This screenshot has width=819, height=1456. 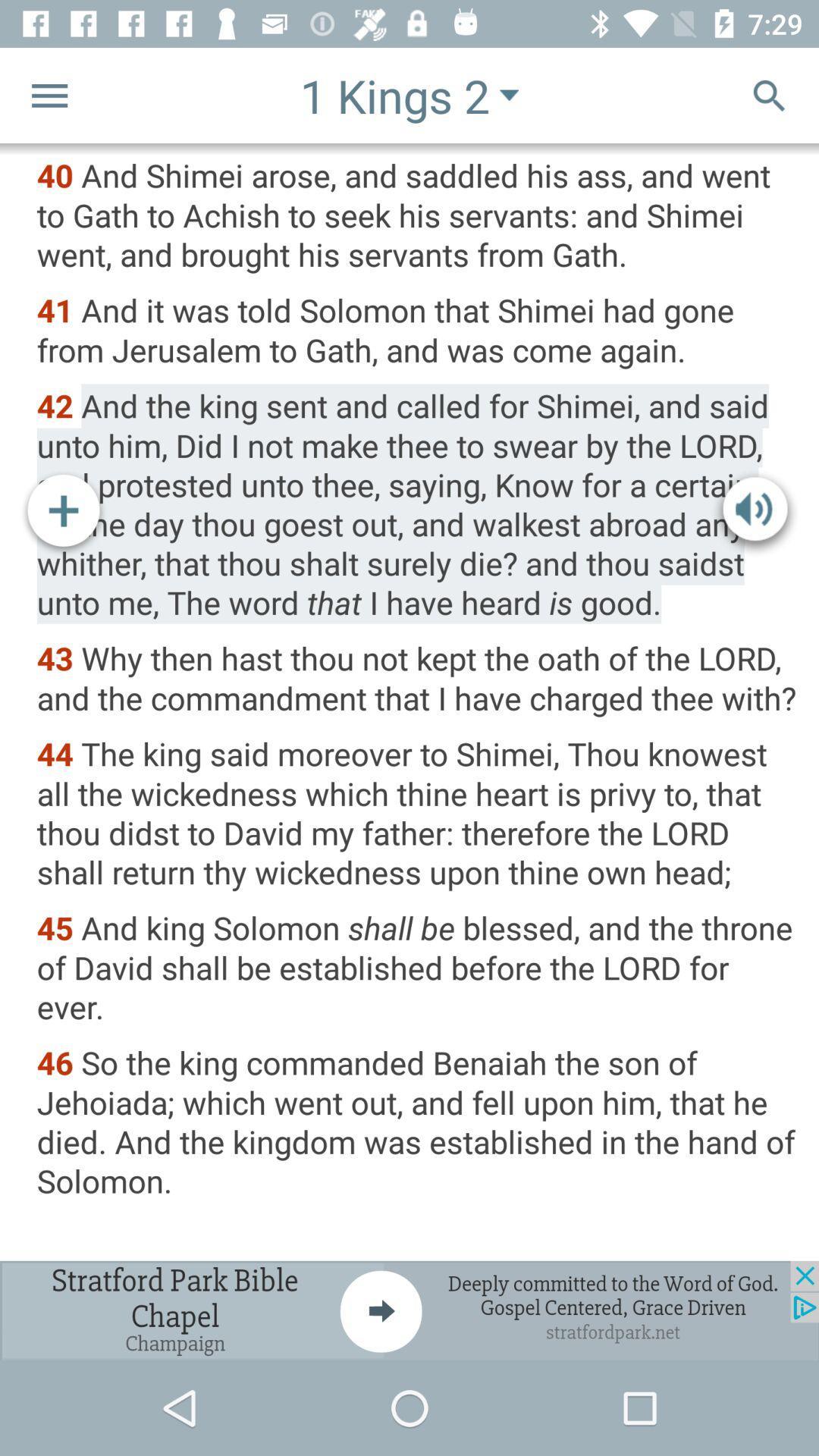 What do you see at coordinates (769, 94) in the screenshot?
I see `the search icon` at bounding box center [769, 94].